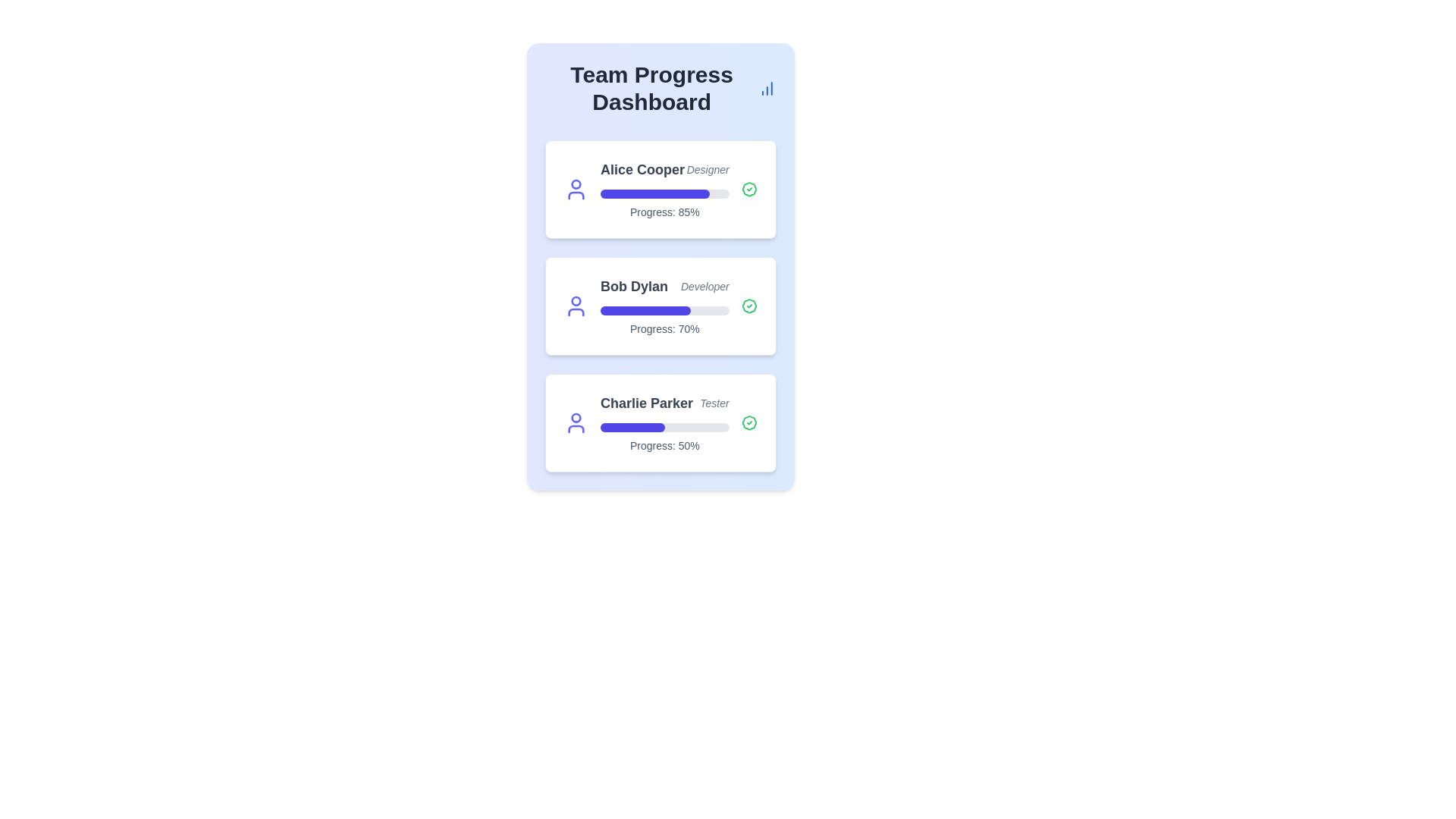 The width and height of the screenshot is (1456, 819). Describe the element at coordinates (575, 418) in the screenshot. I see `the decorative Circle graphics element representing the user's head in the user icon for 'Charlie Parker', located in the dashboard` at that location.